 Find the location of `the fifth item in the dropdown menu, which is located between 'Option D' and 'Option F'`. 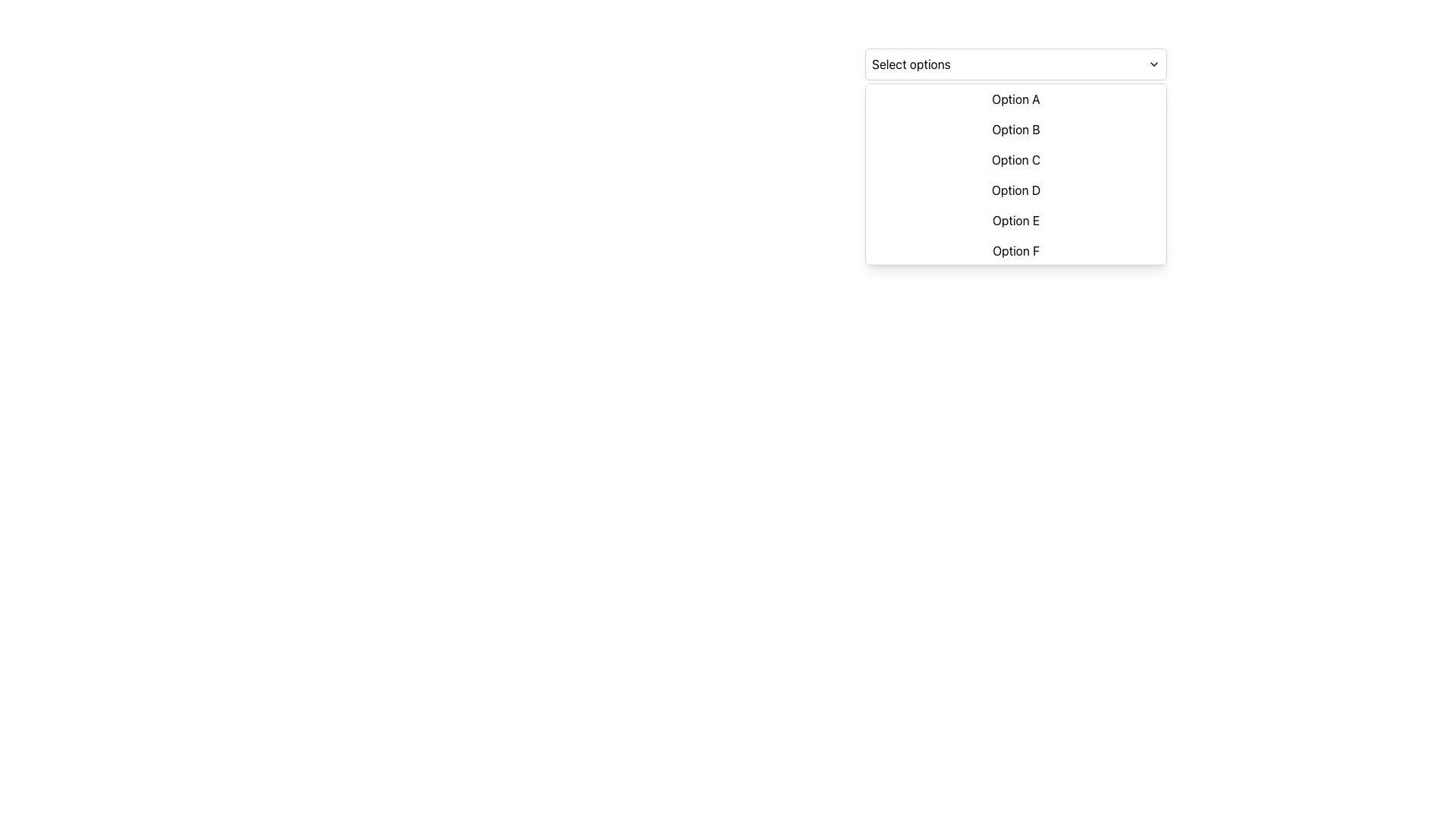

the fifth item in the dropdown menu, which is located between 'Option D' and 'Option F' is located at coordinates (1015, 220).